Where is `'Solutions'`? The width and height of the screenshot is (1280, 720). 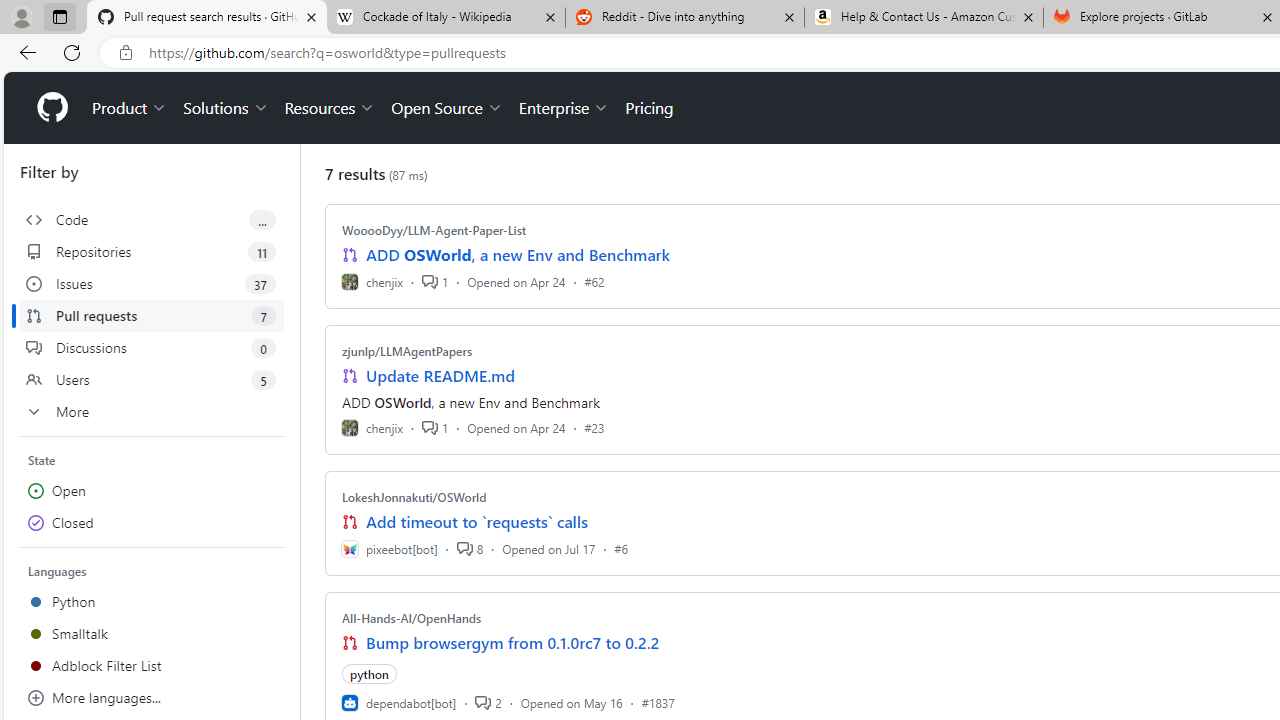
'Solutions' is located at coordinates (225, 108).